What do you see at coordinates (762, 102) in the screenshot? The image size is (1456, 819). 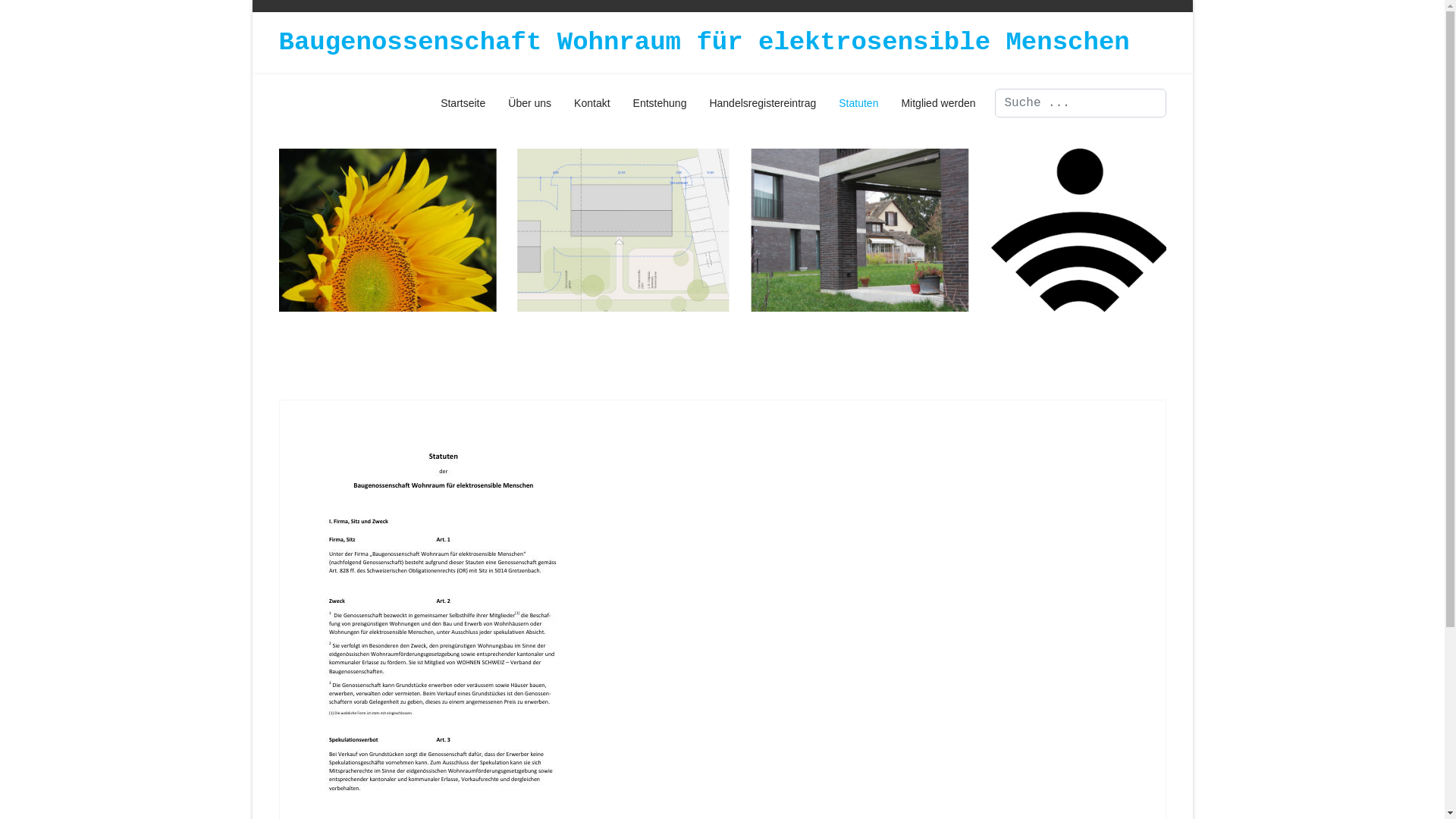 I see `'Handelsregistereintrag'` at bounding box center [762, 102].